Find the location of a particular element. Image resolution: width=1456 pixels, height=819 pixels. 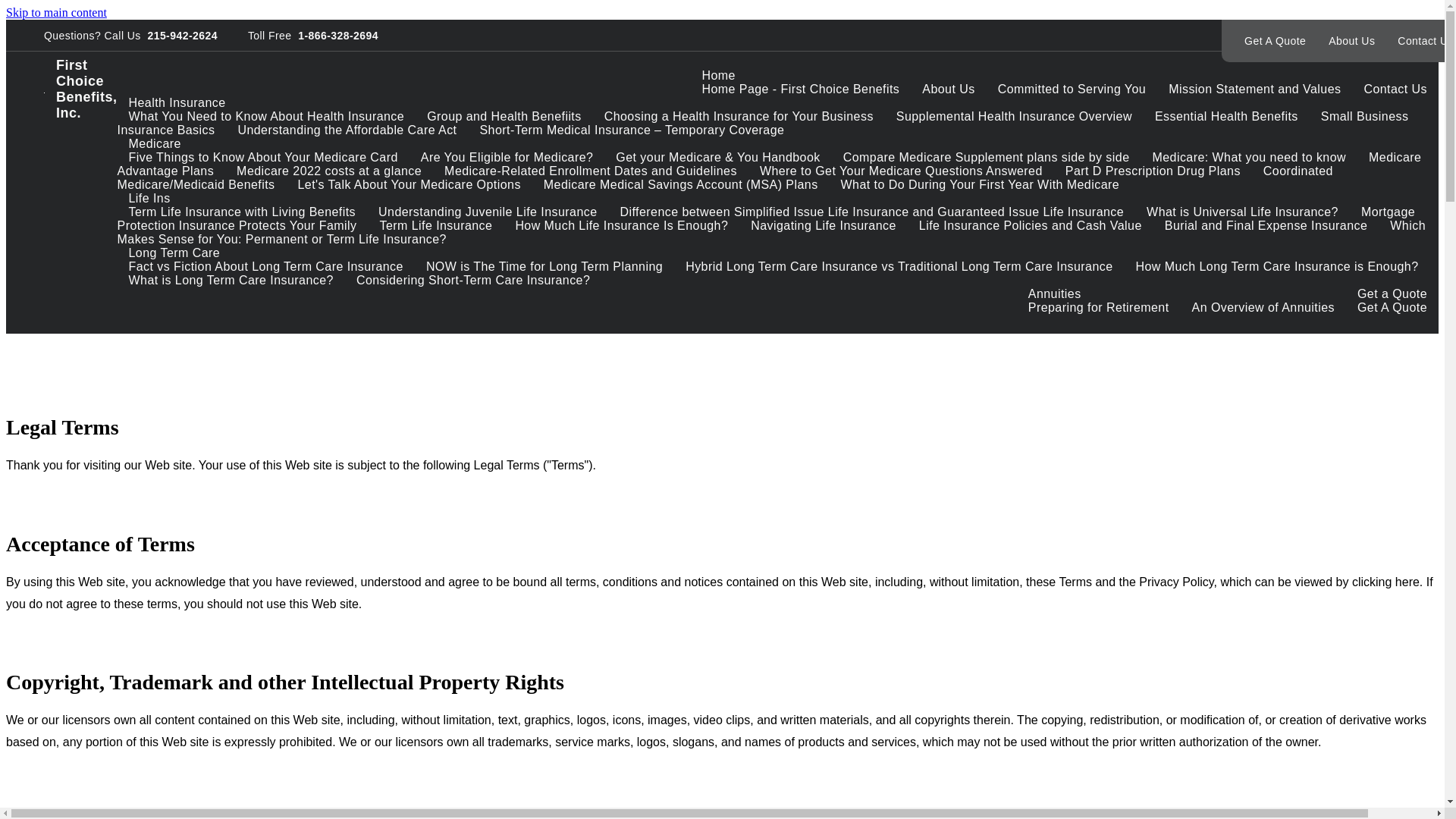

'What to Do During Your First Year With Medicare' is located at coordinates (980, 184).